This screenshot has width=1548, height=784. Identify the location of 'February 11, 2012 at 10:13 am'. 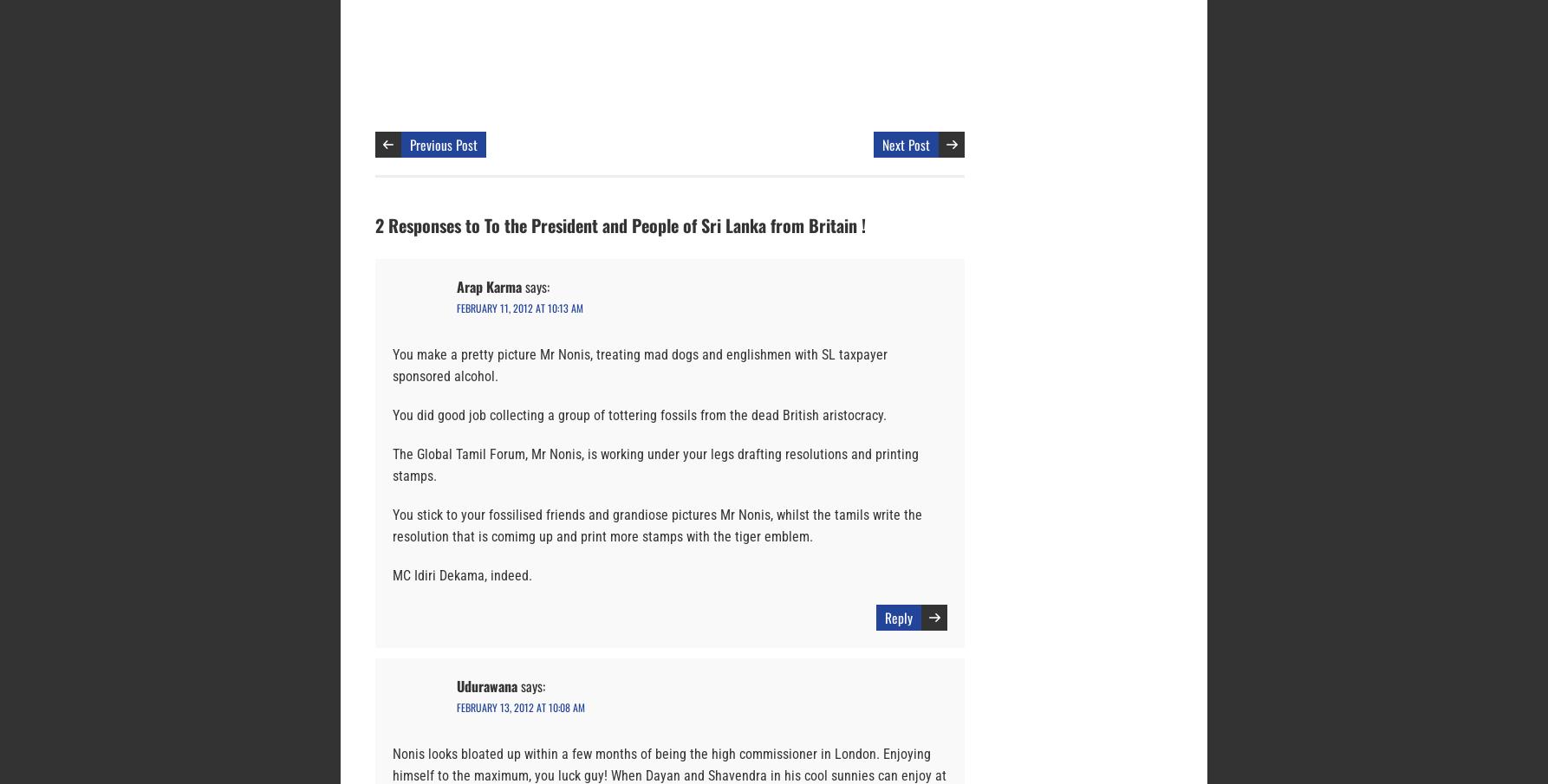
(519, 308).